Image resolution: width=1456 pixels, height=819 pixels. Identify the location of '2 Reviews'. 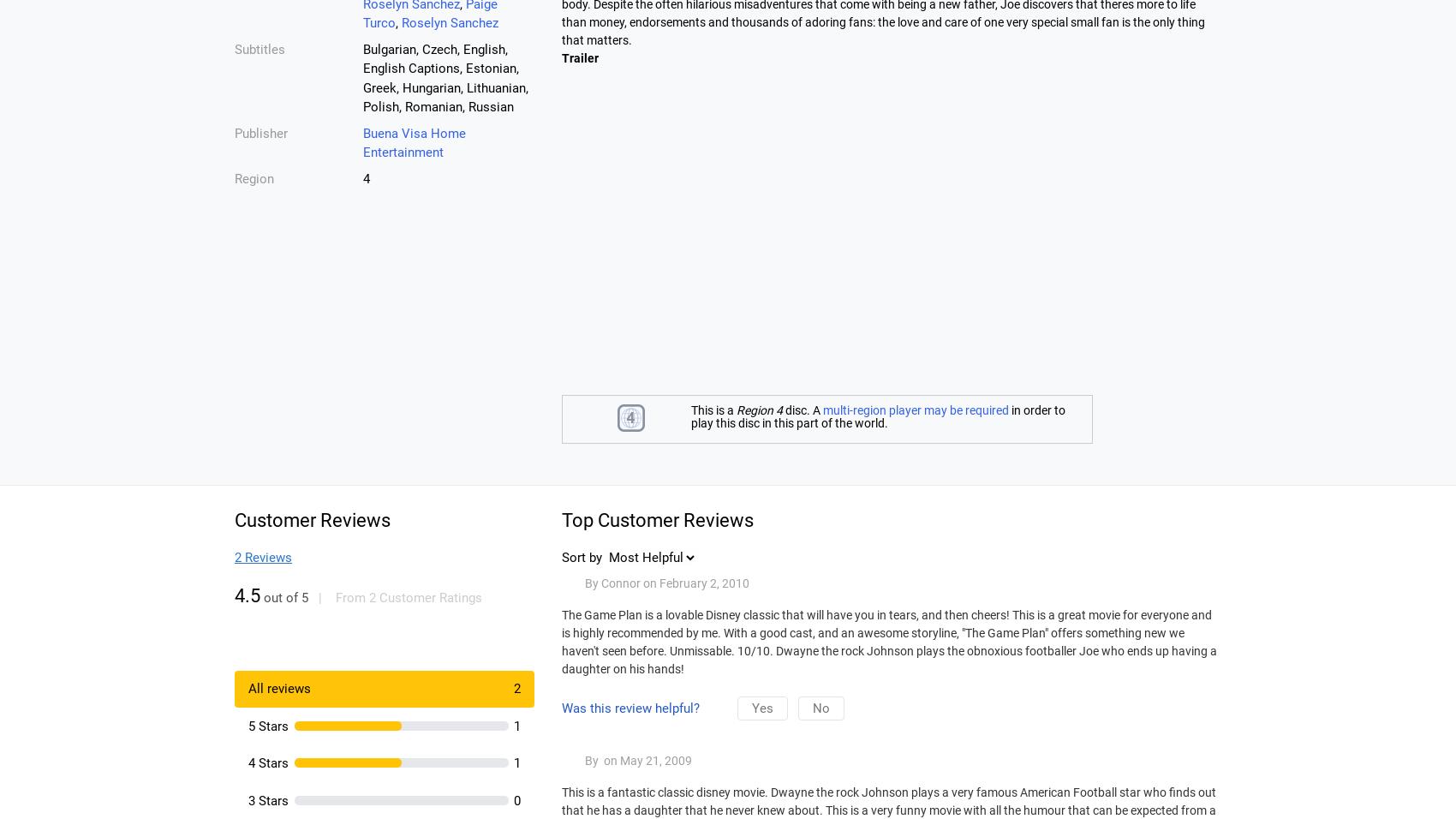
(263, 558).